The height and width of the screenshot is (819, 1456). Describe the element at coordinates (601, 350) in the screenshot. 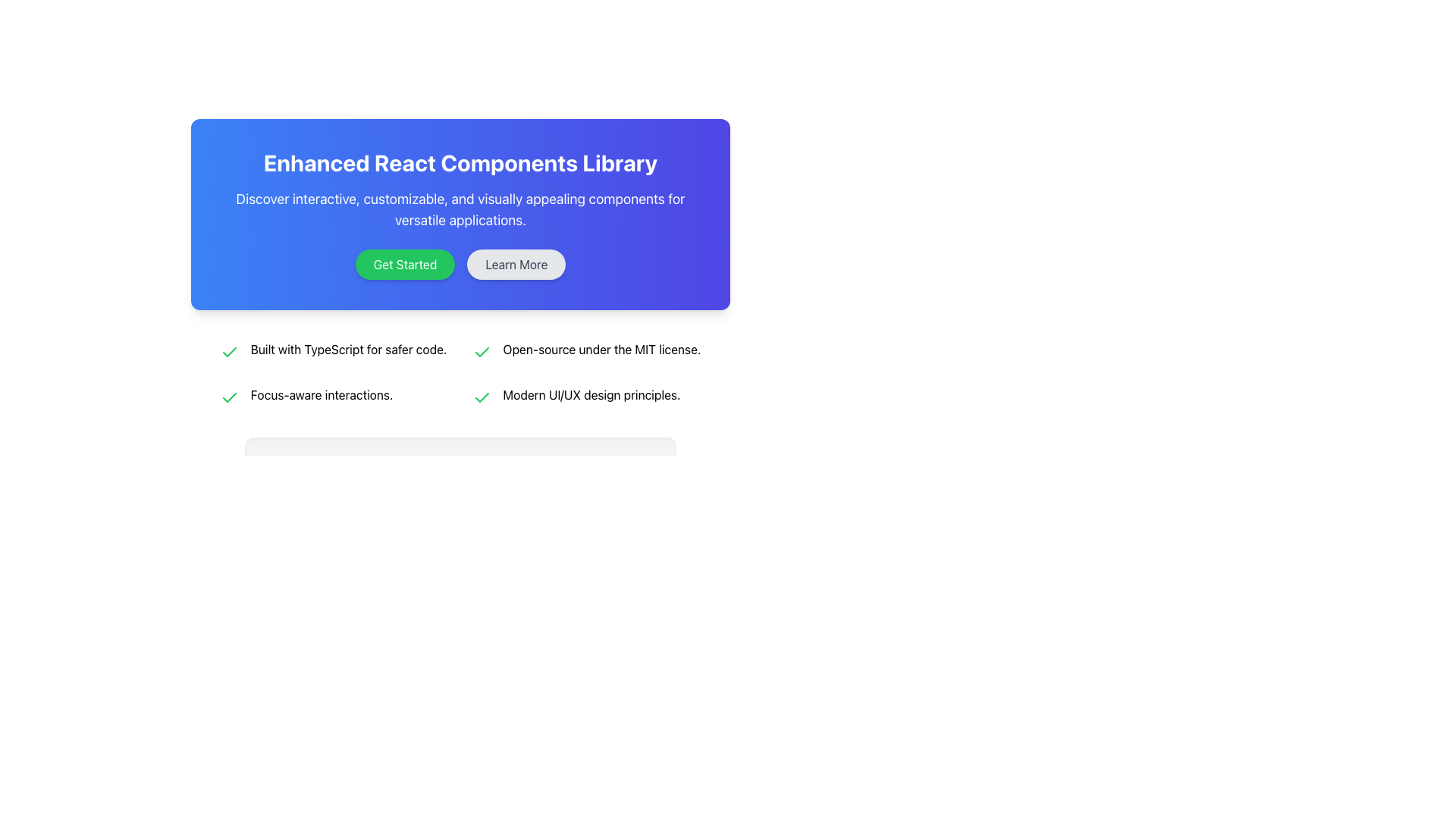

I see `text label that states 'Open-source under the MIT license.' which is adjacent to a green checkmark icon and is the second item in the top row of similar pairs` at that location.